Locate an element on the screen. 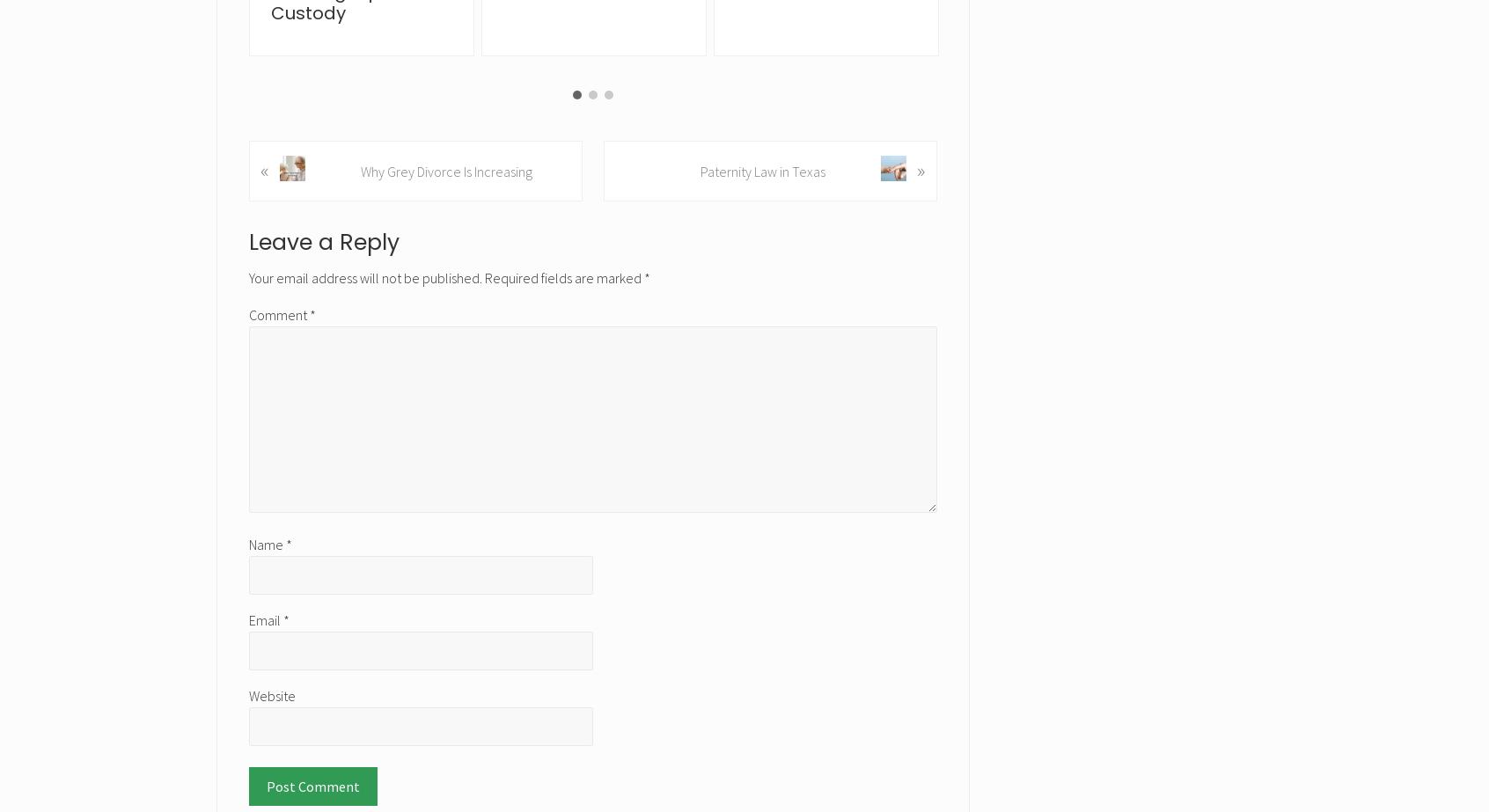  'Name' is located at coordinates (267, 543).